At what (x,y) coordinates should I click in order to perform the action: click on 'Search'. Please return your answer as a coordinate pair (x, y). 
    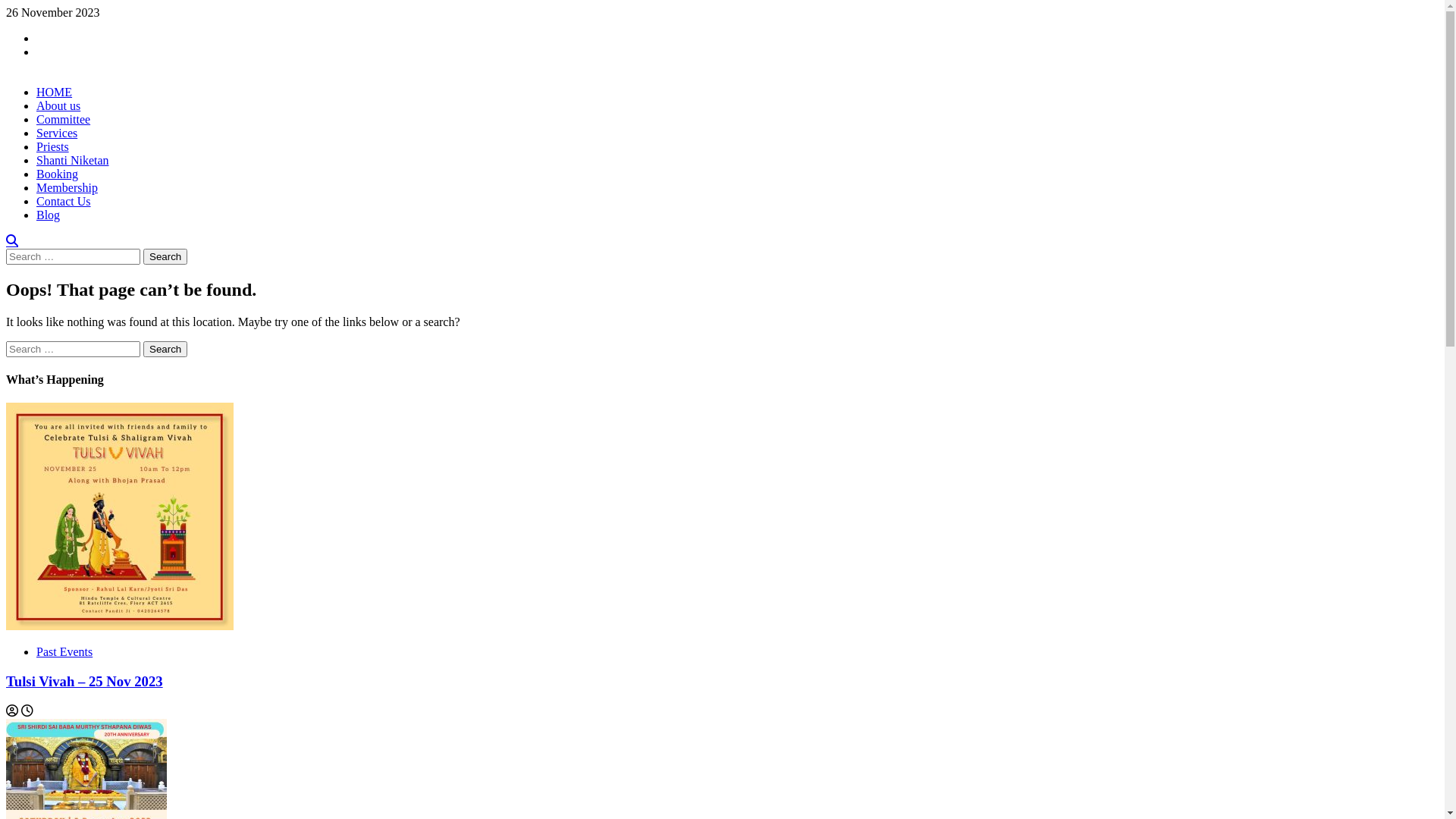
    Looking at the image, I should click on (165, 349).